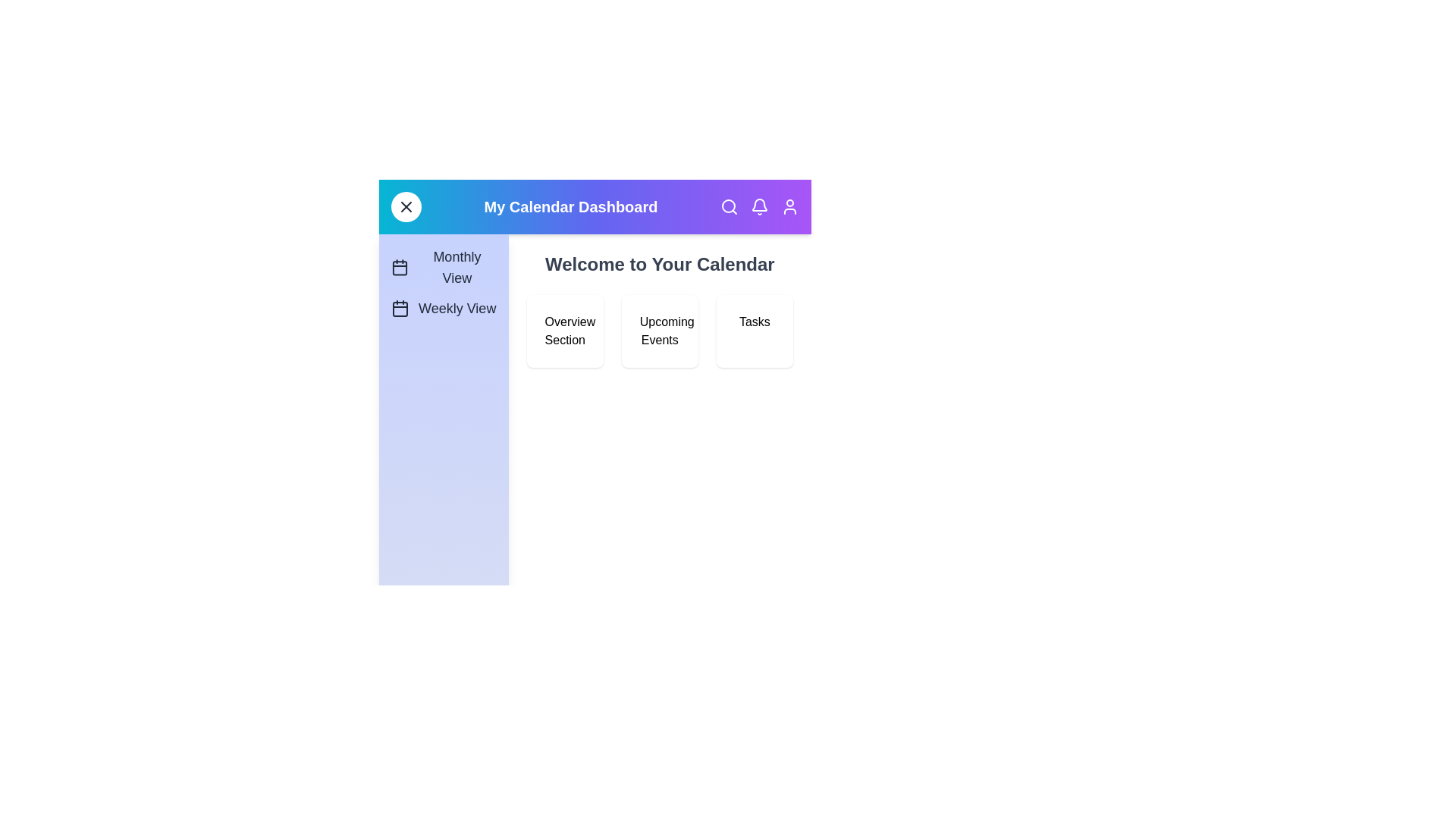 The image size is (1456, 819). I want to click on the 'Overview Section' card component, which is the leftmost card in a grid layout, featuring a white background and bold, black text, so click(563, 330).